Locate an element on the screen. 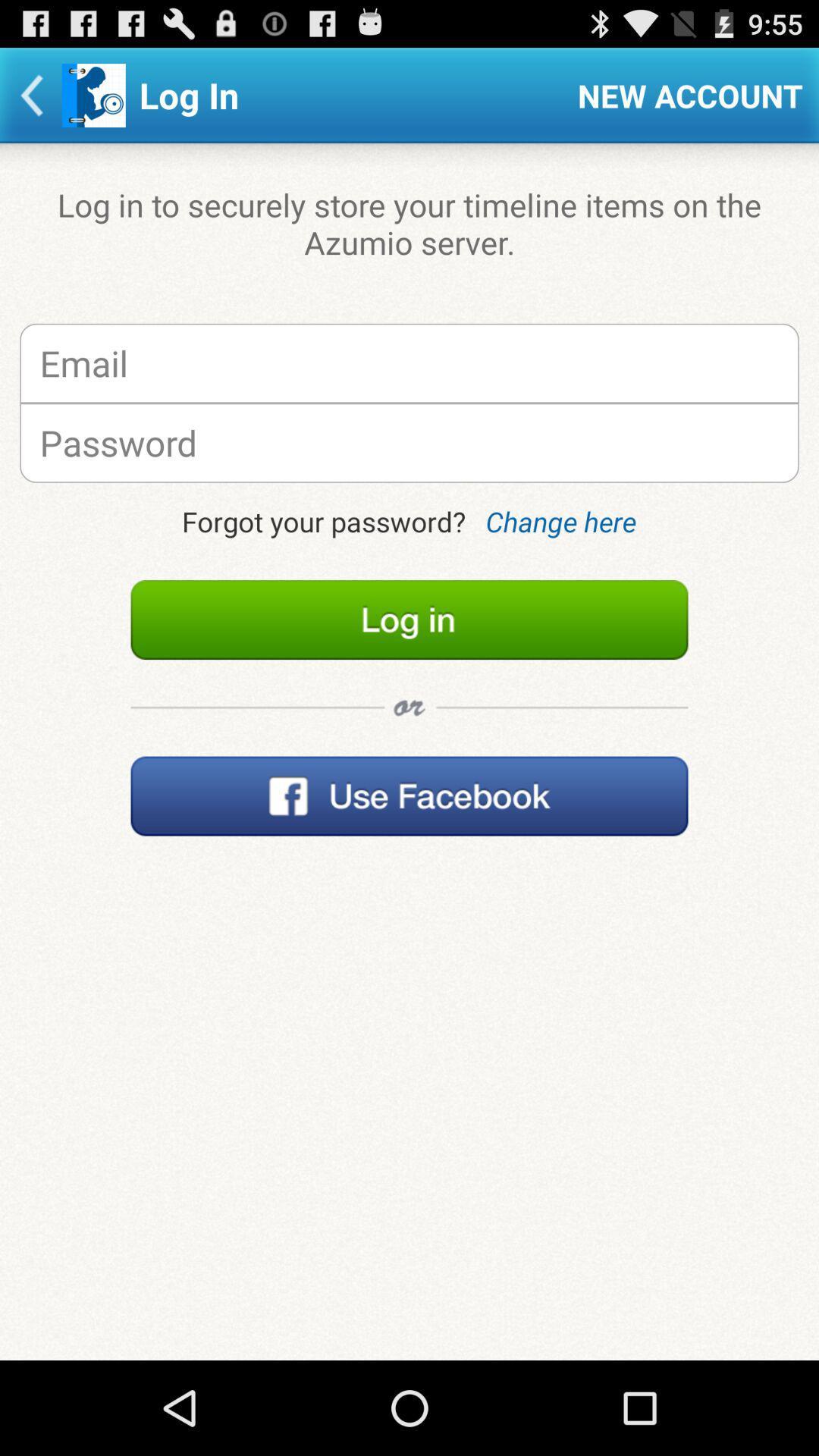 This screenshot has width=819, height=1456. open facebook is located at coordinates (409, 795).